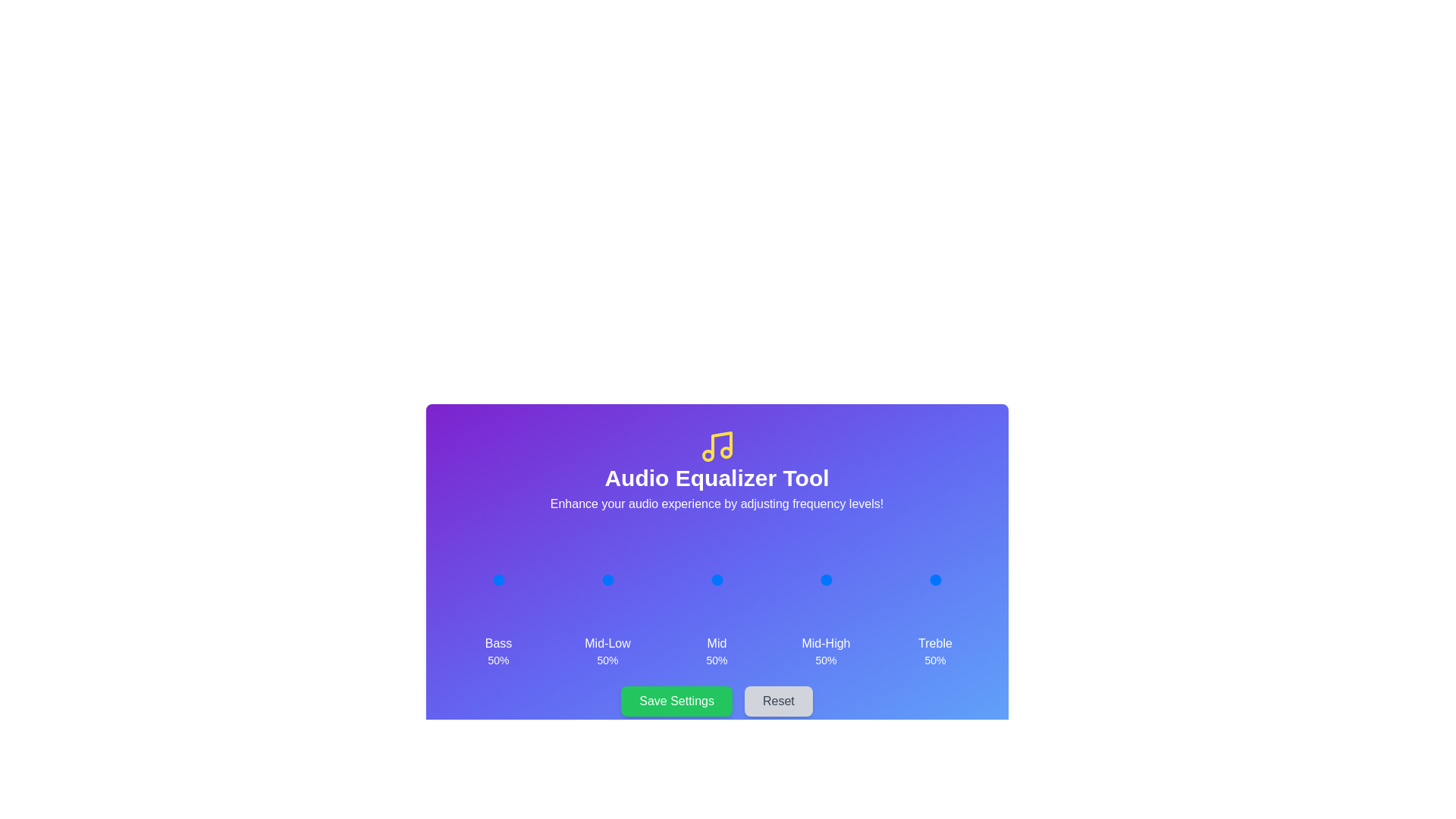  What do you see at coordinates (740, 579) in the screenshot?
I see `the 2 slider to 99%` at bounding box center [740, 579].